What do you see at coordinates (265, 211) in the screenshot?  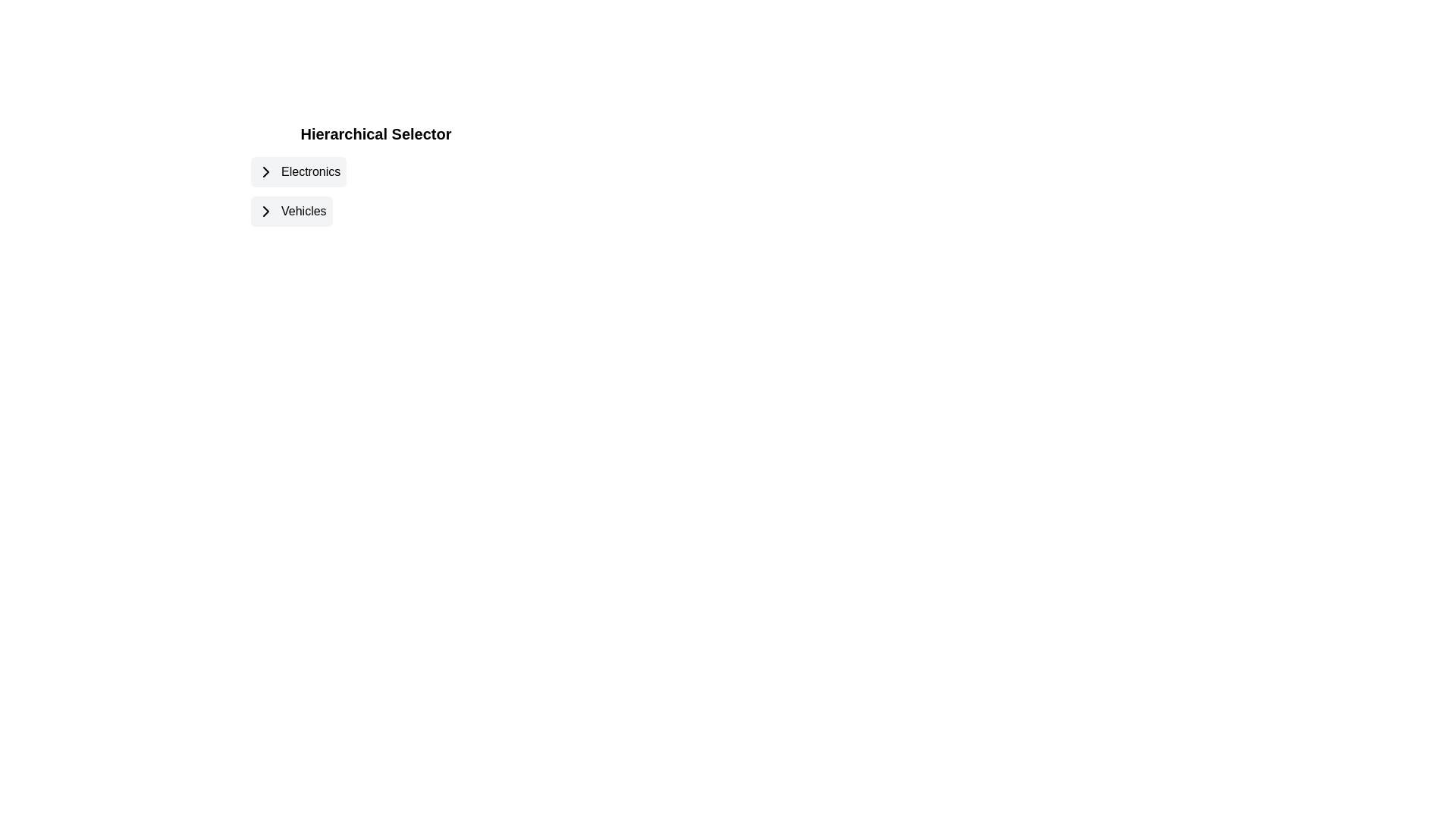 I see `the right-pointing chevron icon inside the 'Vehicles' button` at bounding box center [265, 211].